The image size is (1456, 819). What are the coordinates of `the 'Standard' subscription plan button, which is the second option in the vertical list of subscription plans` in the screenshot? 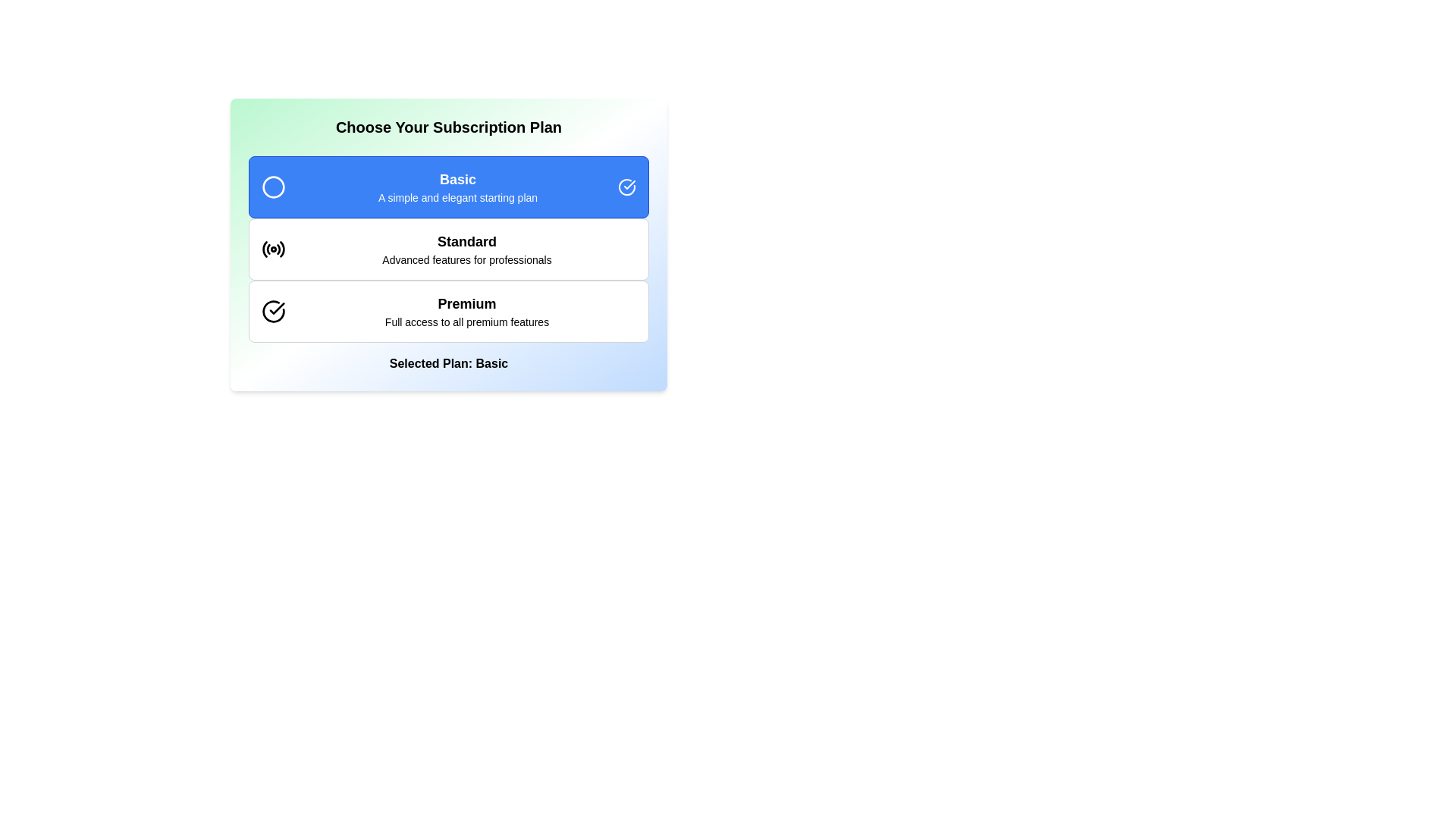 It's located at (466, 248).